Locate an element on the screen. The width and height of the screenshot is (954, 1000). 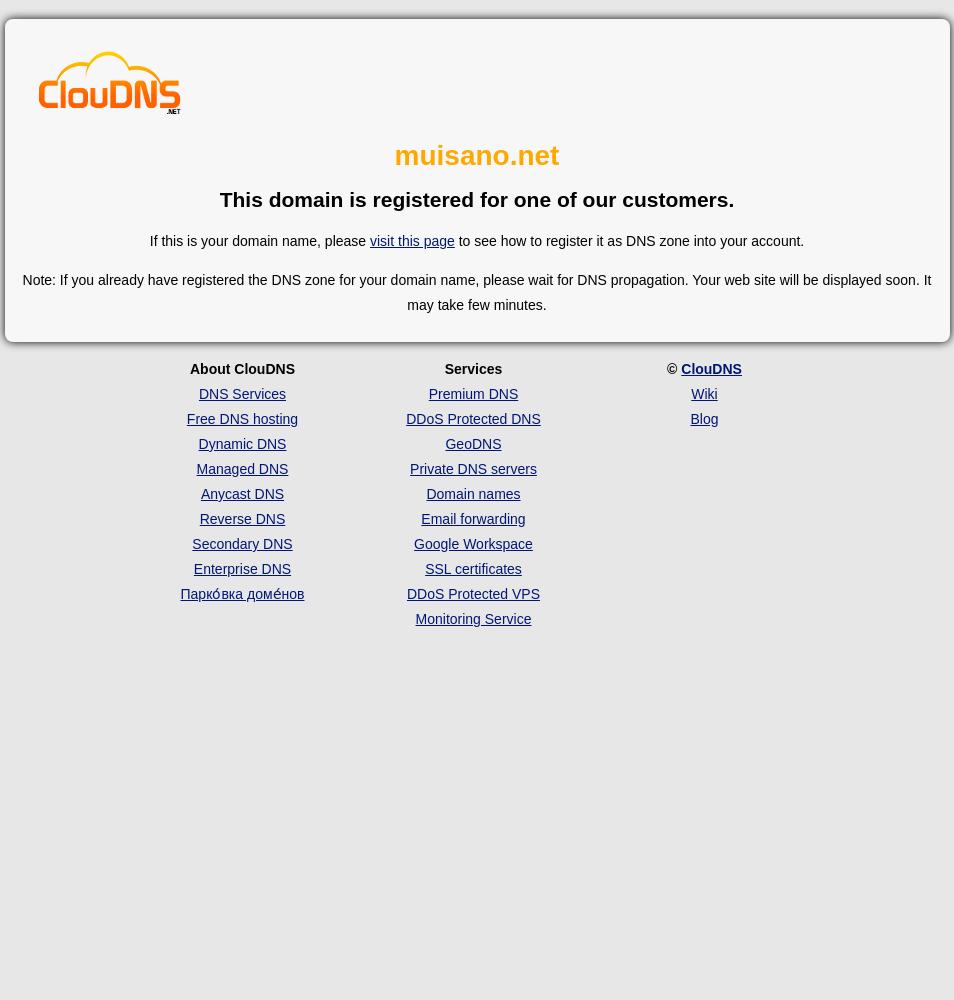
'If this is your domain name, please' is located at coordinates (148, 239).